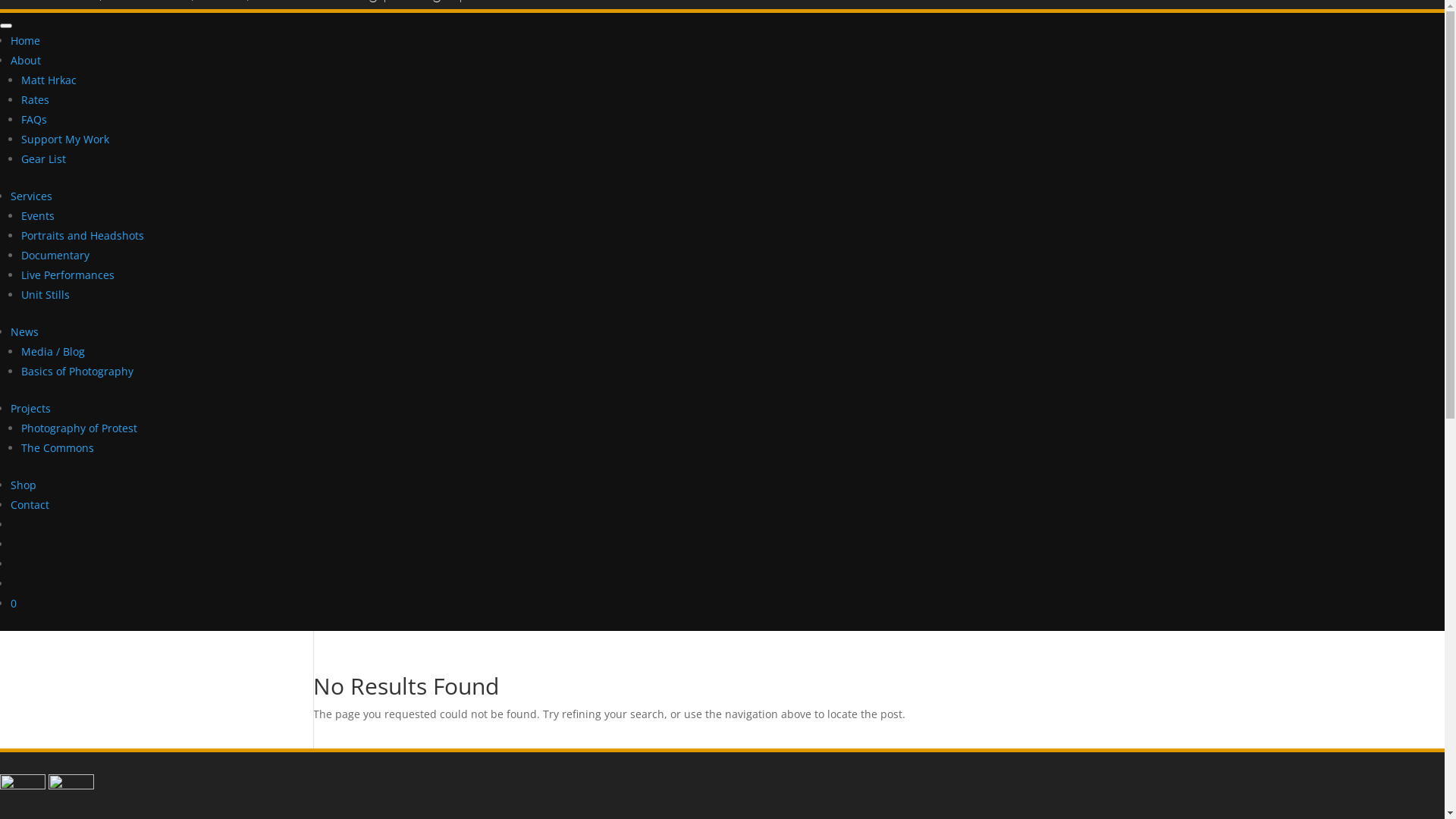 This screenshot has height=819, width=1456. Describe the element at coordinates (43, 158) in the screenshot. I see `'Gear List'` at that location.